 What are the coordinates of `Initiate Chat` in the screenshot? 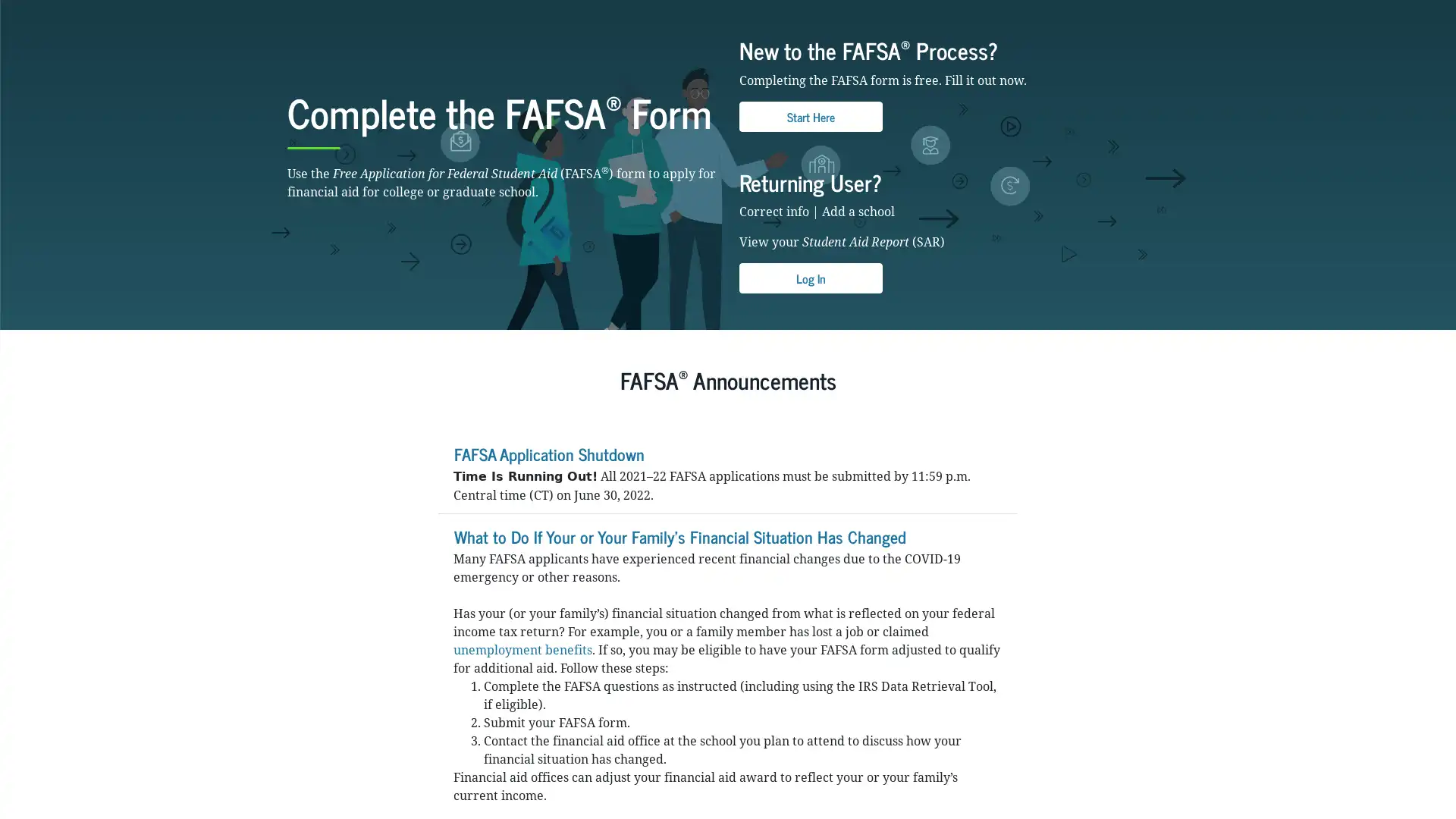 It's located at (1405, 769).